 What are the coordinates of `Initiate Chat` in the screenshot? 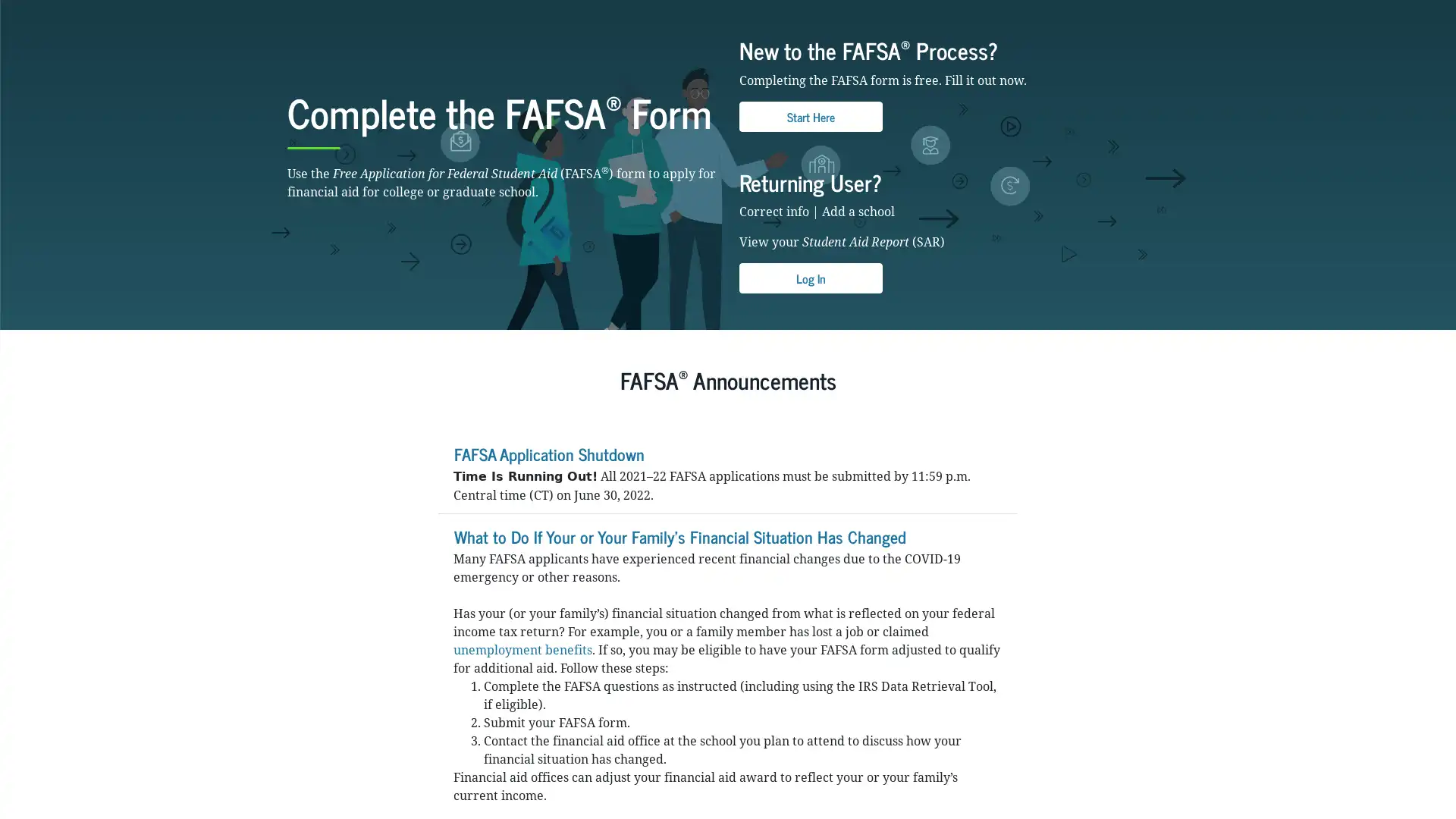 It's located at (1405, 769).